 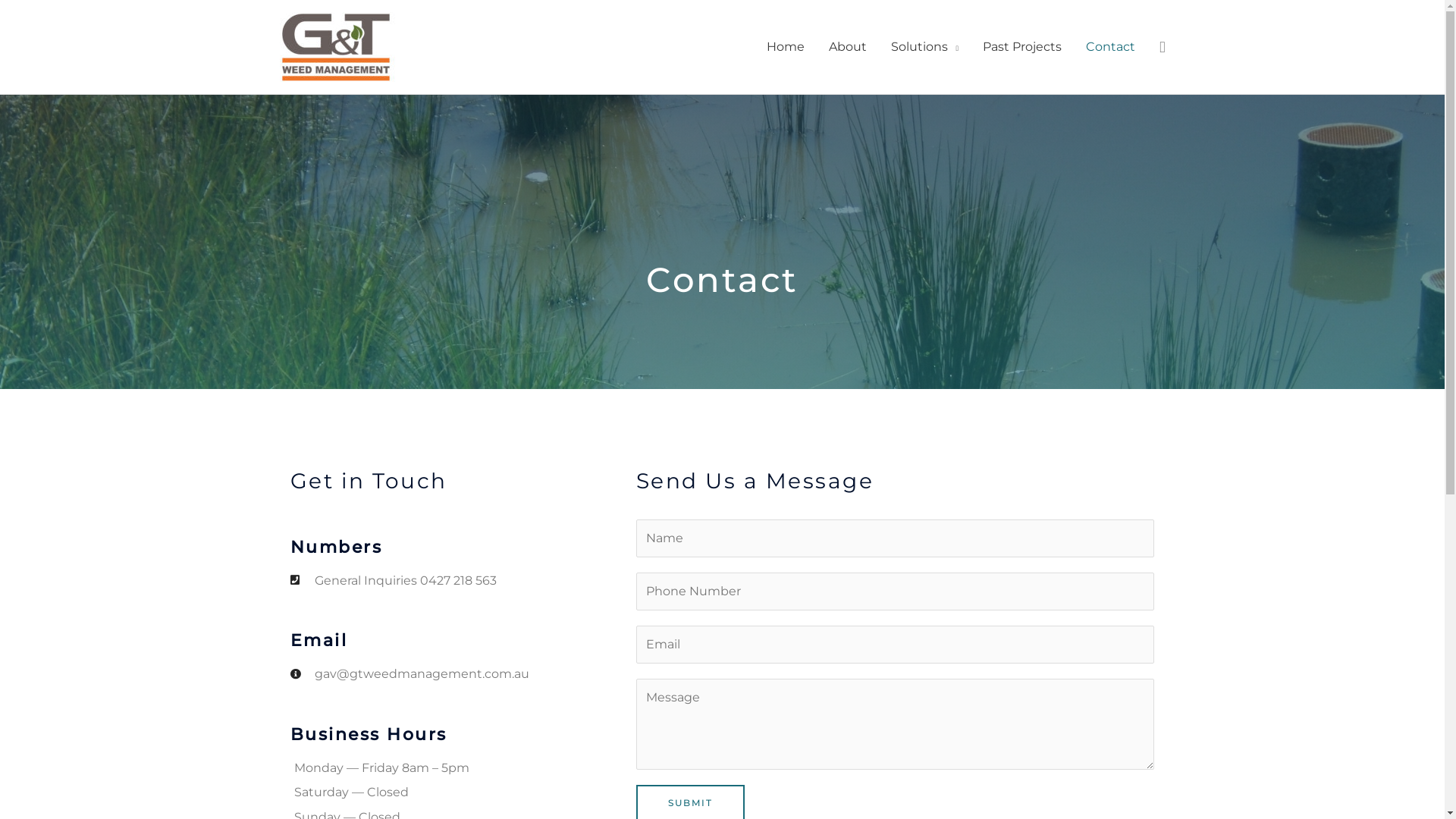 What do you see at coordinates (461, 579) in the screenshot?
I see `'General Inquiries 0427 218 563'` at bounding box center [461, 579].